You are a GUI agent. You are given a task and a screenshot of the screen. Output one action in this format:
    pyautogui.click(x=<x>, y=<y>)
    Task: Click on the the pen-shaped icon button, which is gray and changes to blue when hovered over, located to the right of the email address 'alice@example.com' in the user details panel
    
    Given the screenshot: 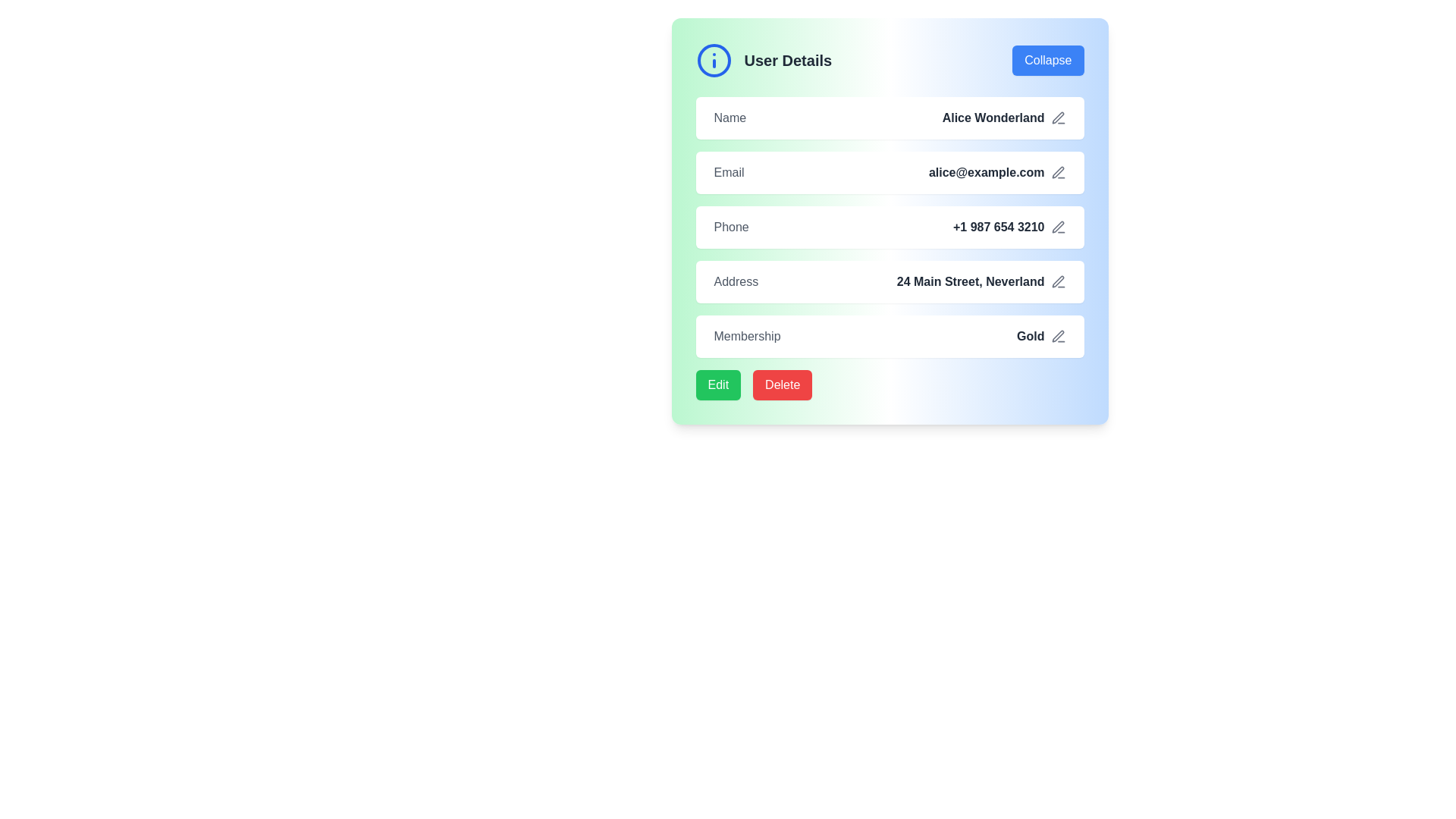 What is the action you would take?
    pyautogui.click(x=1057, y=171)
    